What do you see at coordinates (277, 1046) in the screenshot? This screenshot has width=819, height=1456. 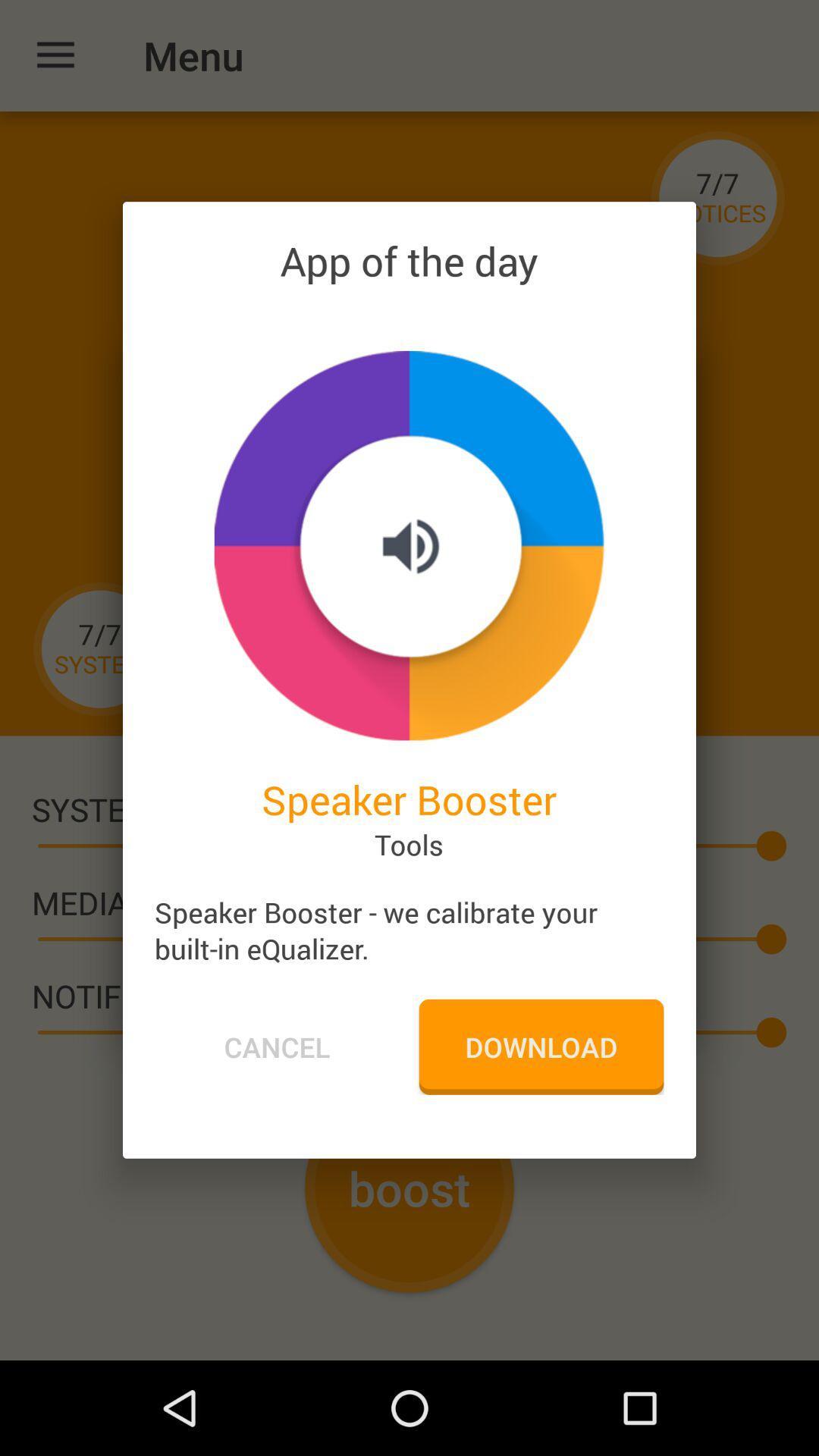 I see `the cancel icon` at bounding box center [277, 1046].